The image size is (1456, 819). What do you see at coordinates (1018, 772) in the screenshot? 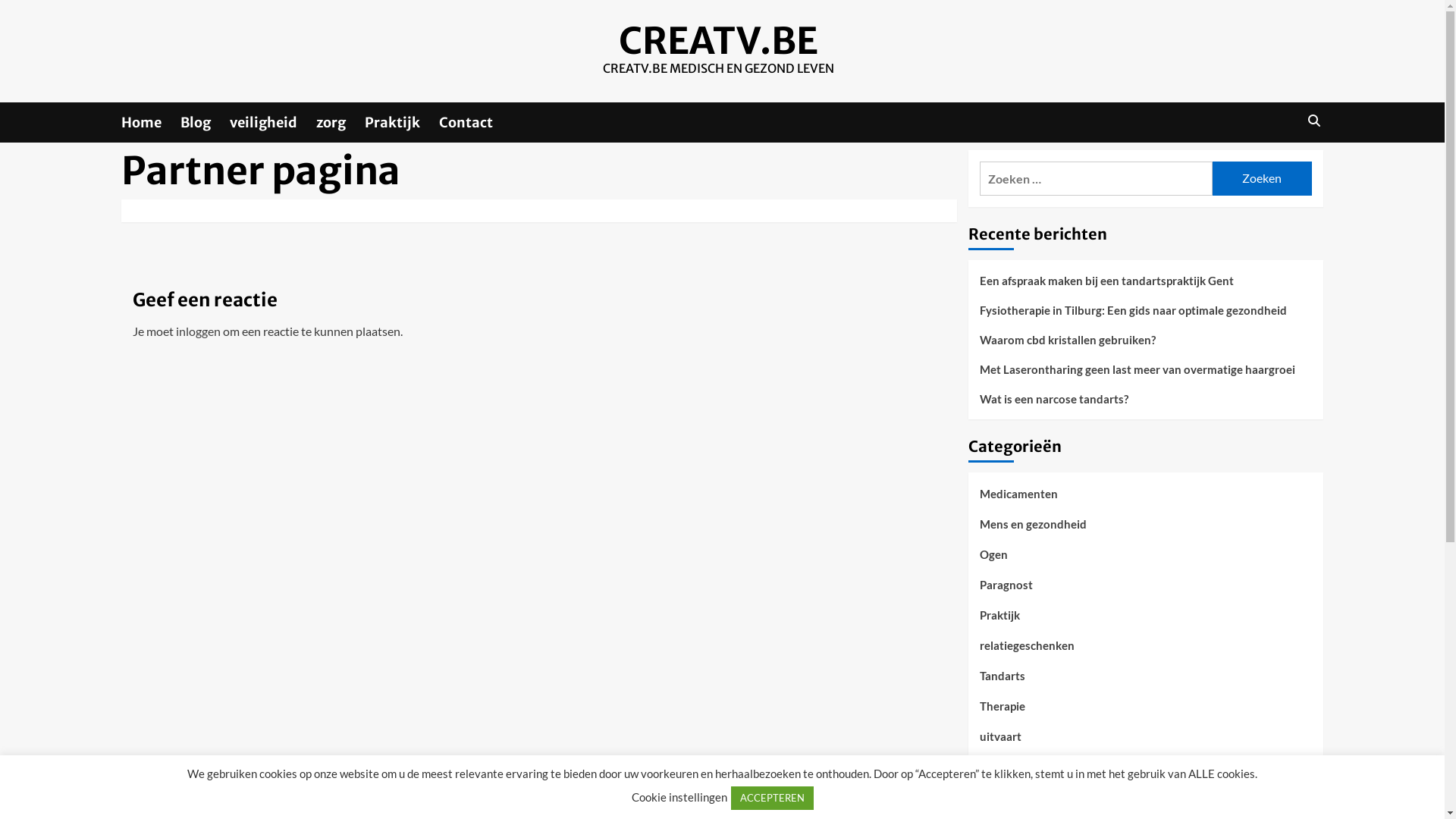
I see `'Uncategorized'` at bounding box center [1018, 772].